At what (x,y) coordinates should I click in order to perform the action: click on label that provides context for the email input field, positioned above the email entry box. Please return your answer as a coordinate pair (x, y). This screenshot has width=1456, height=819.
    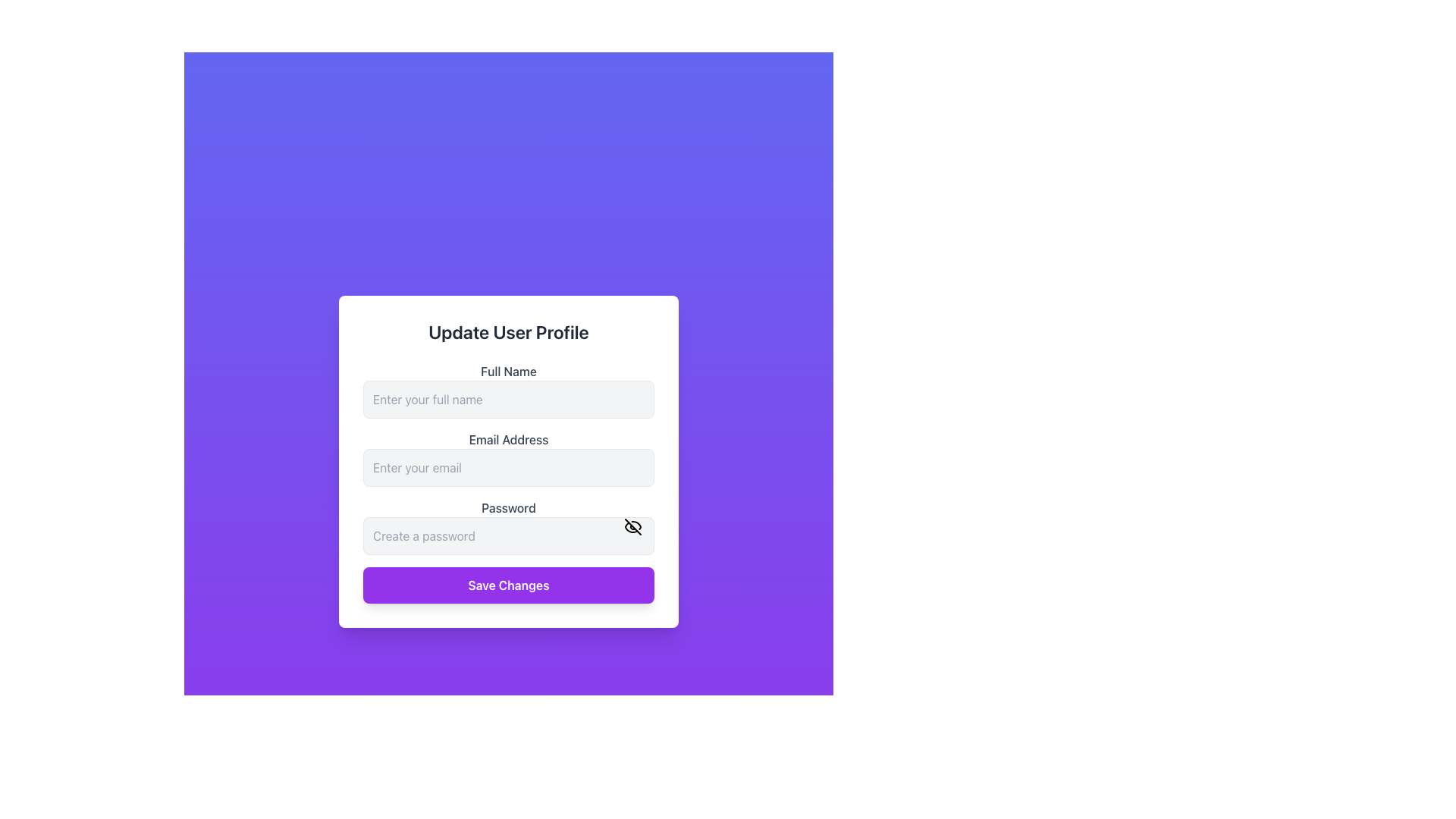
    Looking at the image, I should click on (509, 439).